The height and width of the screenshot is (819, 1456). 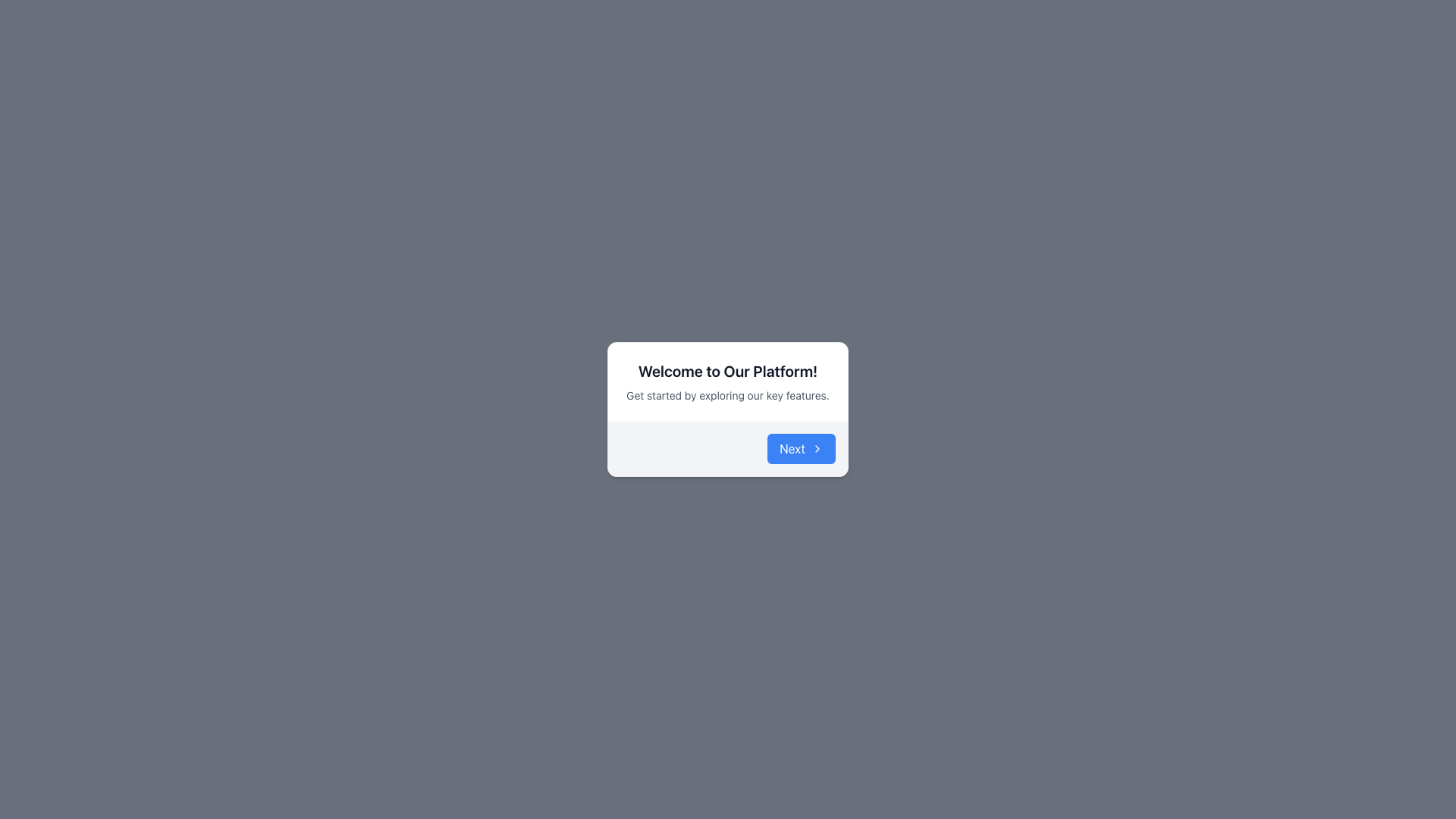 What do you see at coordinates (792, 447) in the screenshot?
I see `the 'Next' button, which is a white text on a blue background located in a centered modal dialog box` at bounding box center [792, 447].